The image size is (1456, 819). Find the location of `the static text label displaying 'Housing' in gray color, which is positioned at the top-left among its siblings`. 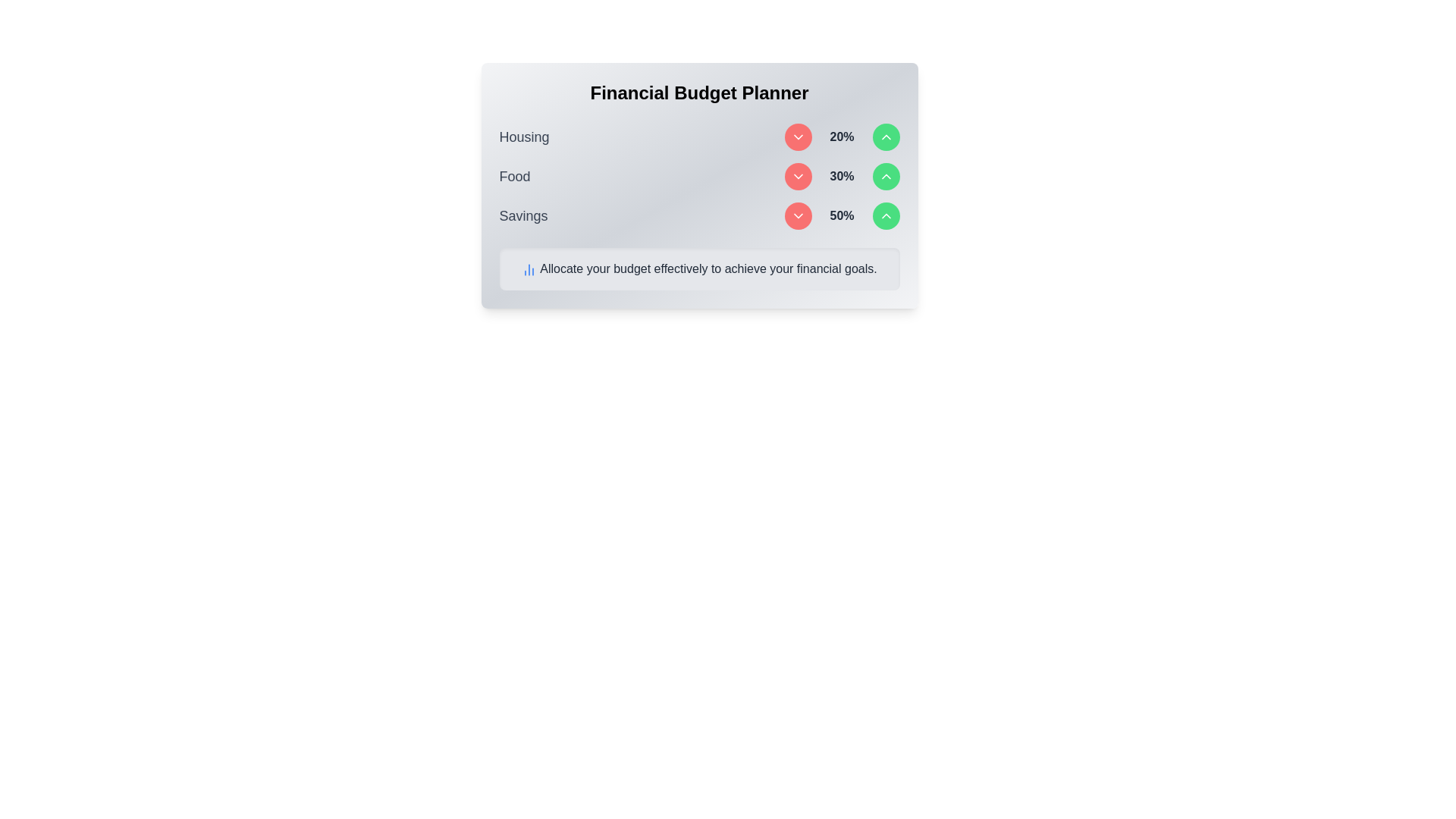

the static text label displaying 'Housing' in gray color, which is positioned at the top-left among its siblings is located at coordinates (524, 137).